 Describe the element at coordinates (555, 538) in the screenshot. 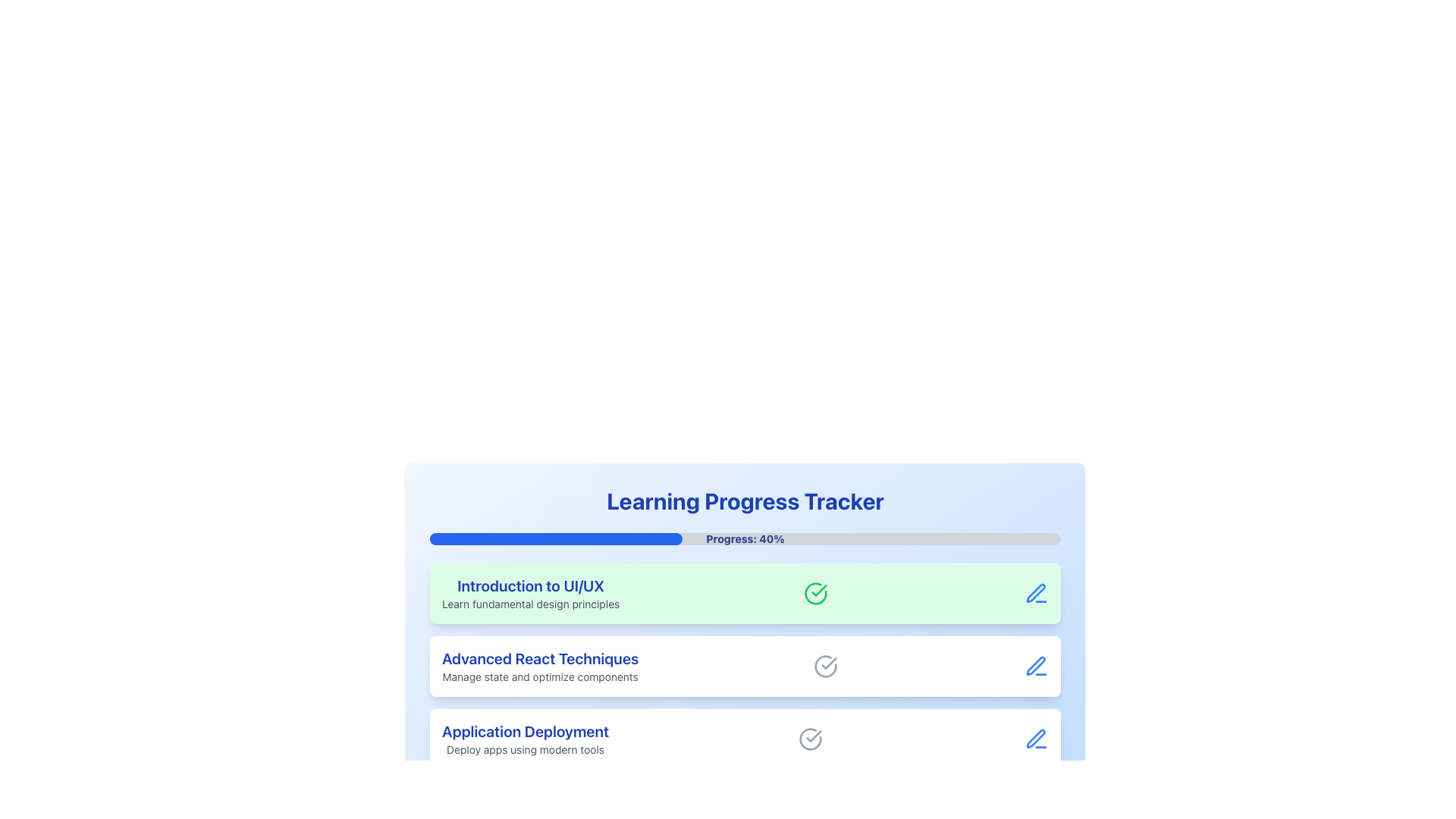

I see `the progress indicator bar, which visually represents the progress status with a blue completed portion, located below the 'Learning Progress Tracker' title` at that location.